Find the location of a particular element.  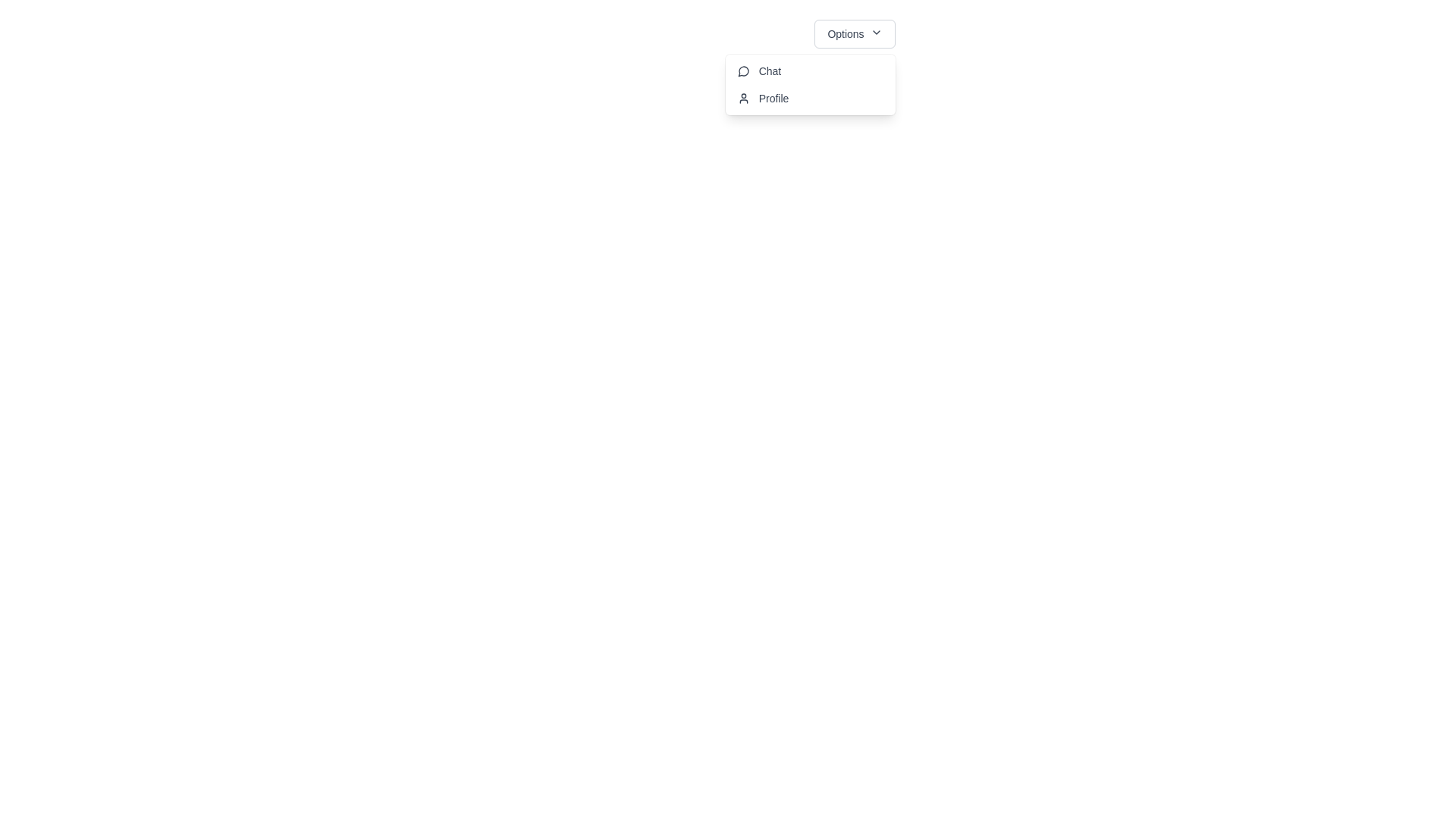

the first item in the dropdown menu is located at coordinates (759, 71).